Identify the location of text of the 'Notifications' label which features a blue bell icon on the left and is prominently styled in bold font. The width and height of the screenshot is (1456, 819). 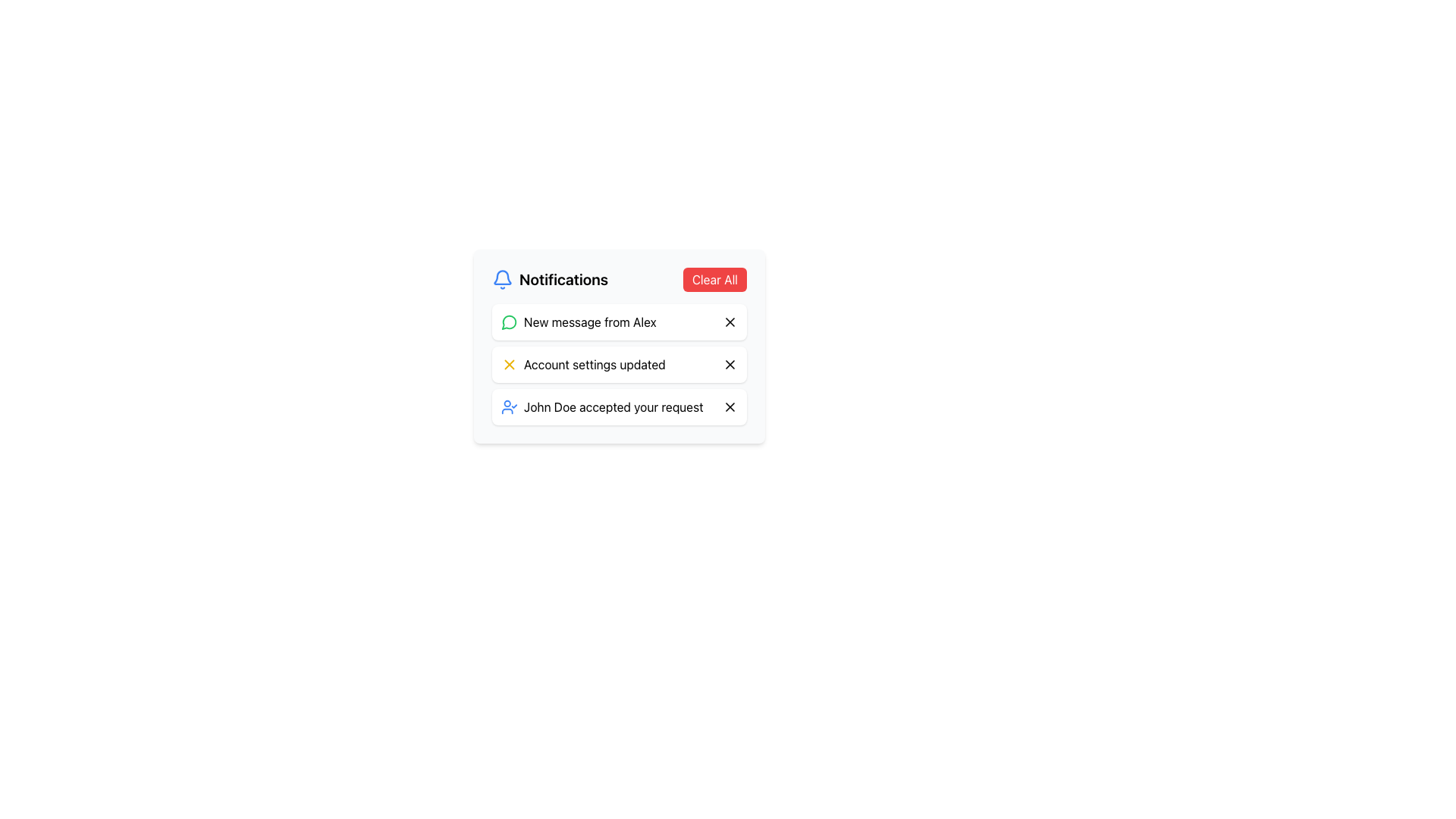
(549, 280).